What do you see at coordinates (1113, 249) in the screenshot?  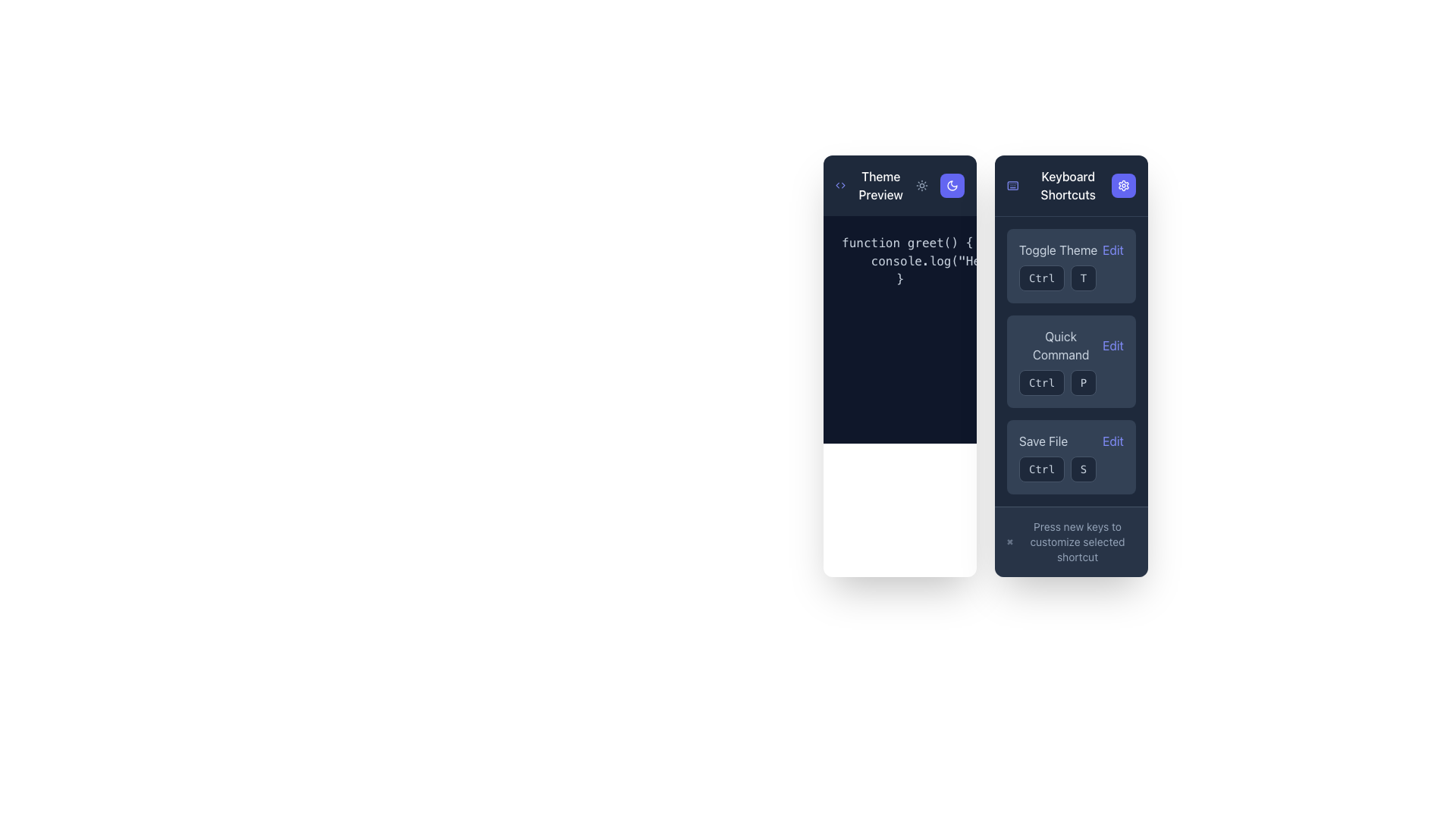 I see `the 'Edit' link, which is styled with an indigo color scheme and is located to the right of the 'Toggle Theme' label in the 'Keyboard Shortcuts' panel` at bounding box center [1113, 249].